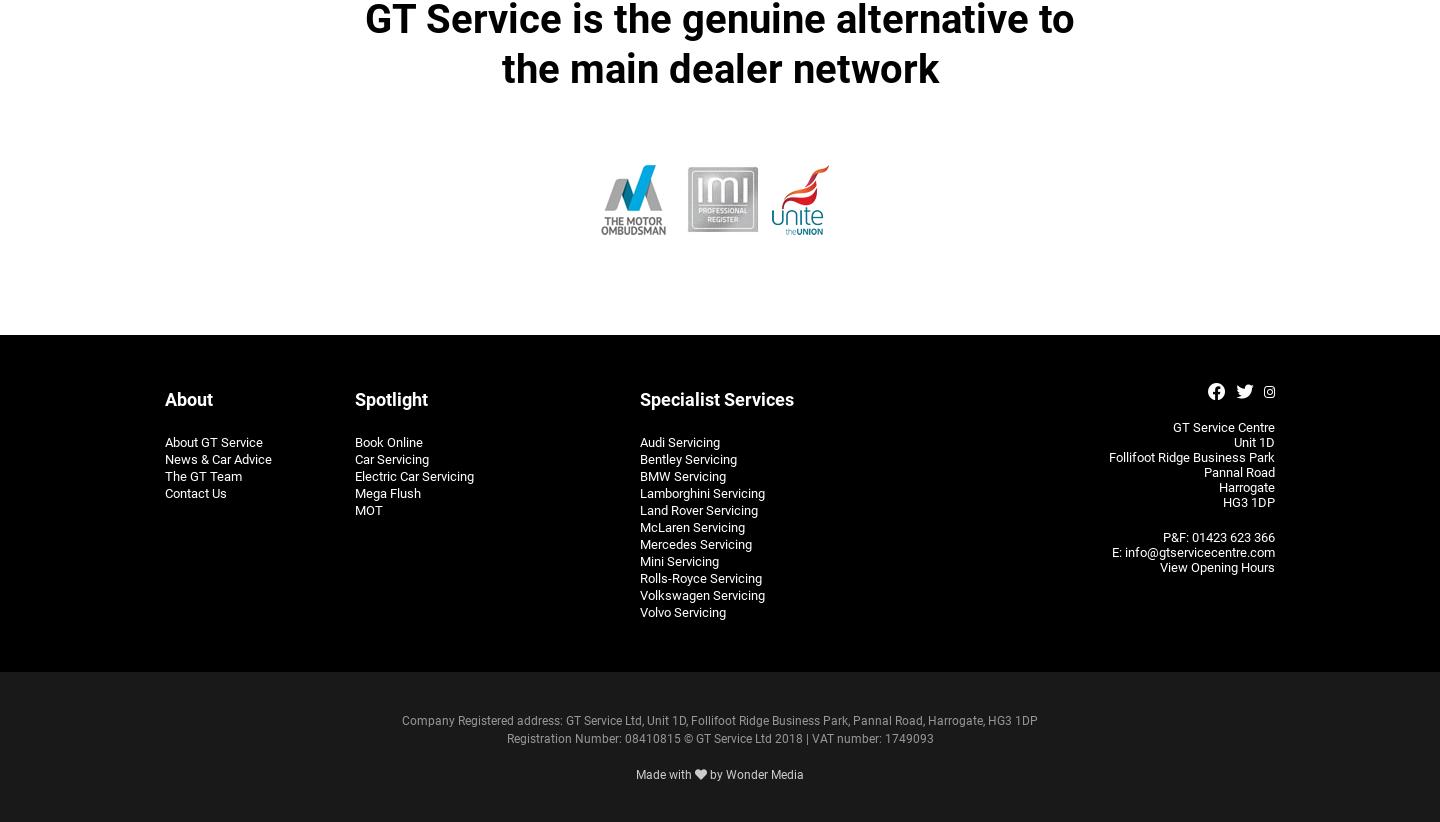 Image resolution: width=1440 pixels, height=822 pixels. I want to click on 'Unit 1D', so click(1253, 440).